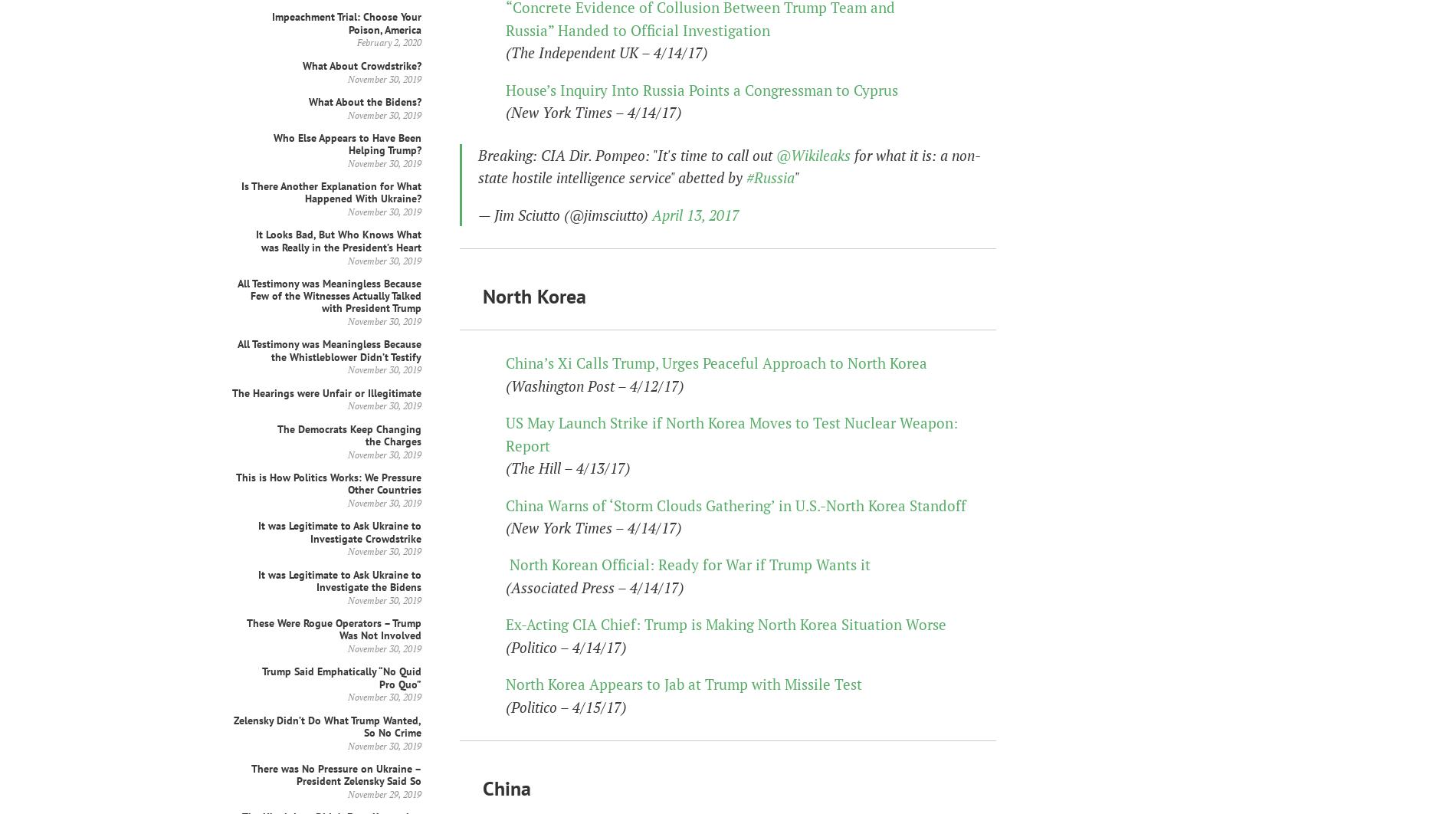 The width and height of the screenshot is (1456, 814). I want to click on 'What About the Bidens?', so click(365, 100).